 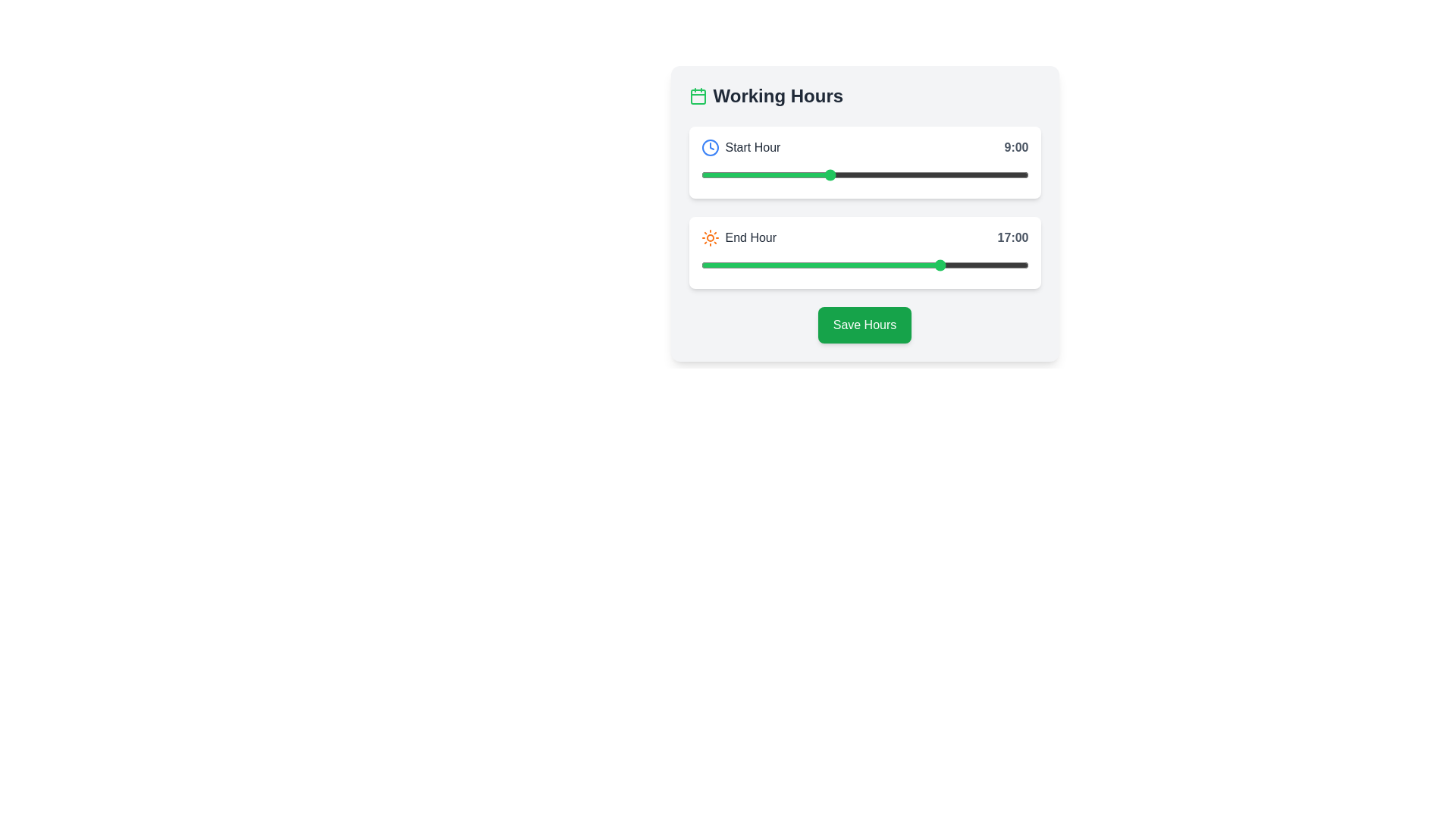 What do you see at coordinates (800, 265) in the screenshot?
I see `the end hour` at bounding box center [800, 265].